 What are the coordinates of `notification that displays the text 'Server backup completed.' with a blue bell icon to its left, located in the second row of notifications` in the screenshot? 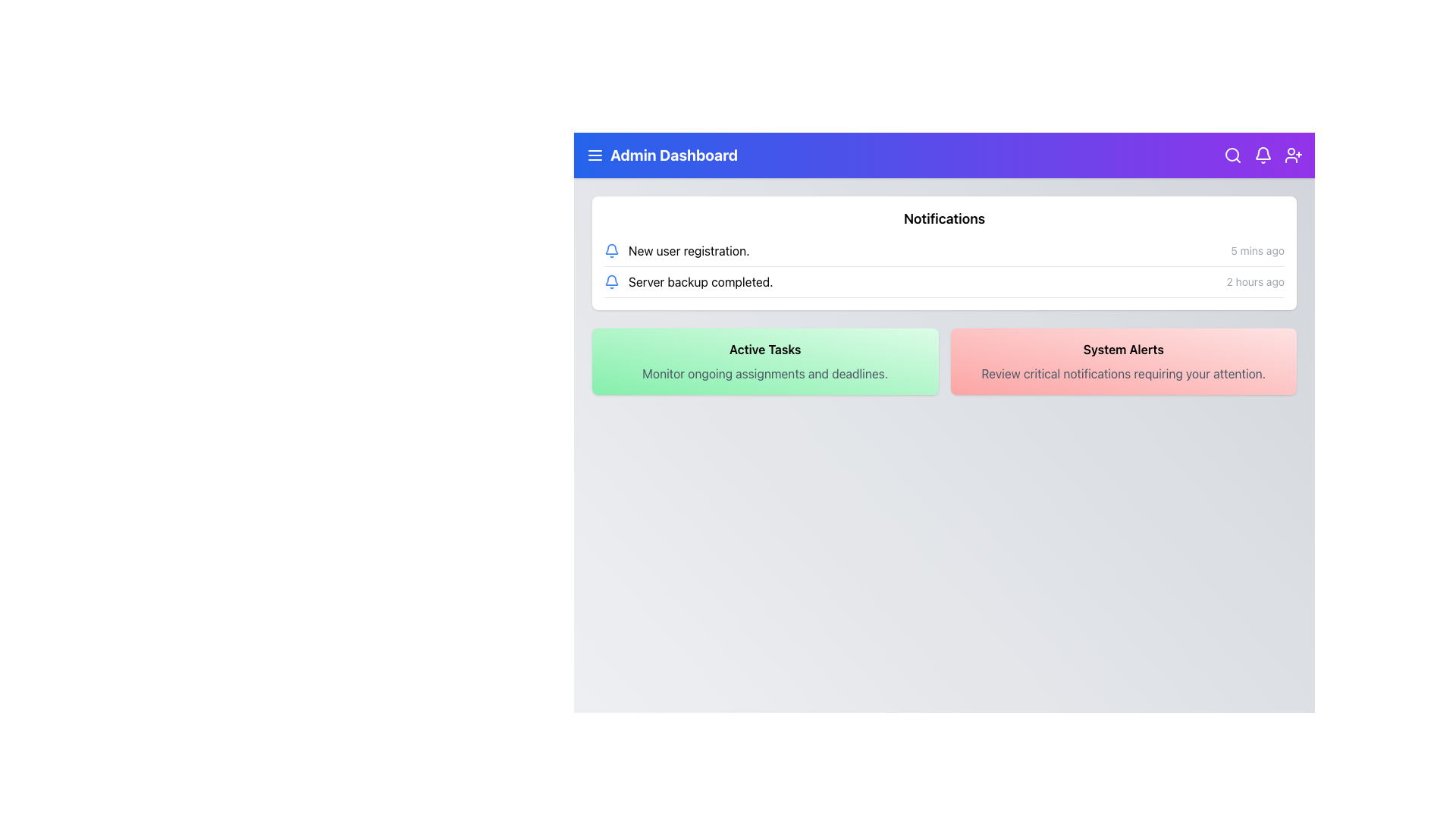 It's located at (688, 281).